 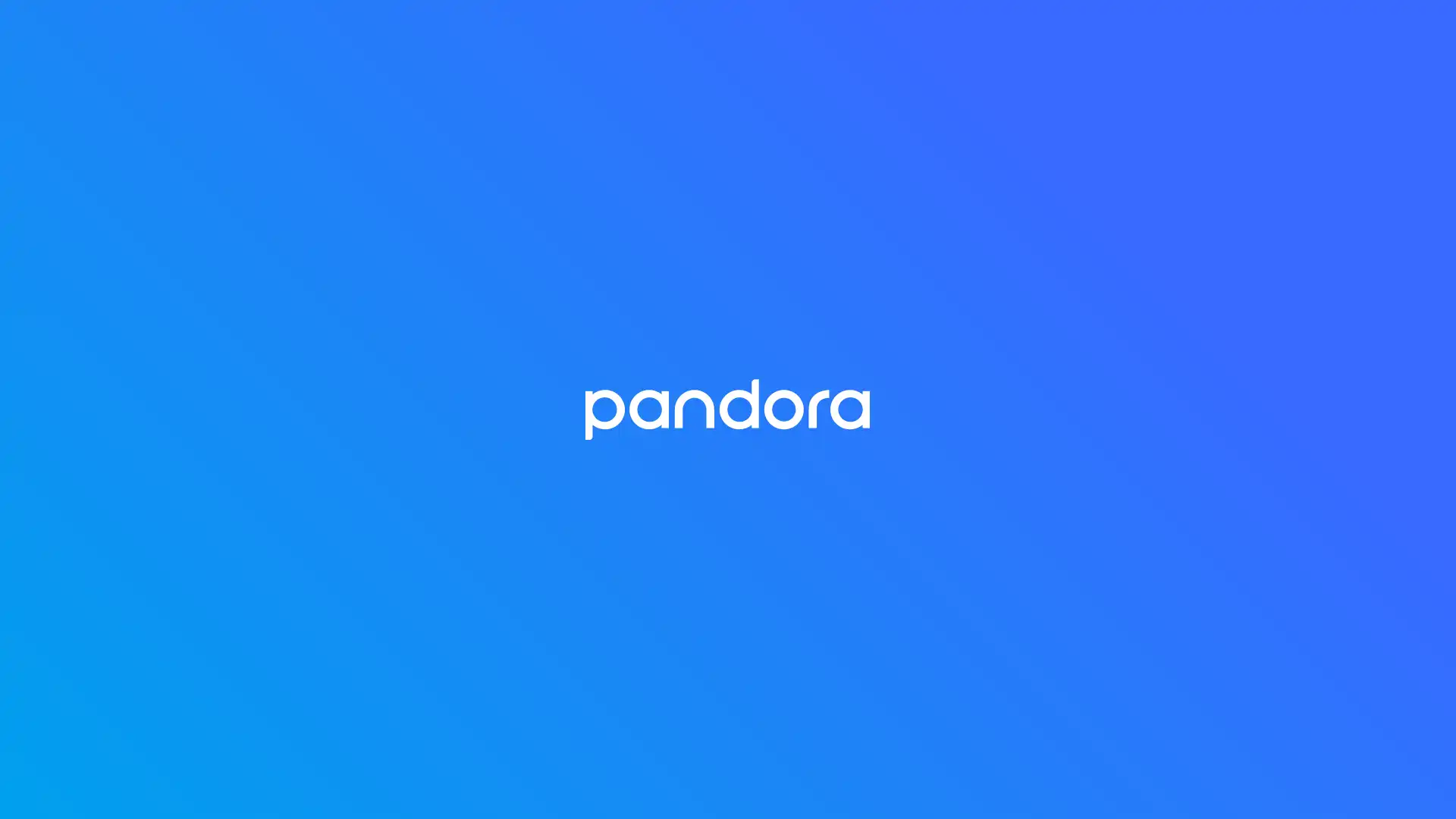 What do you see at coordinates (1256, 610) in the screenshot?
I see `32:54` at bounding box center [1256, 610].